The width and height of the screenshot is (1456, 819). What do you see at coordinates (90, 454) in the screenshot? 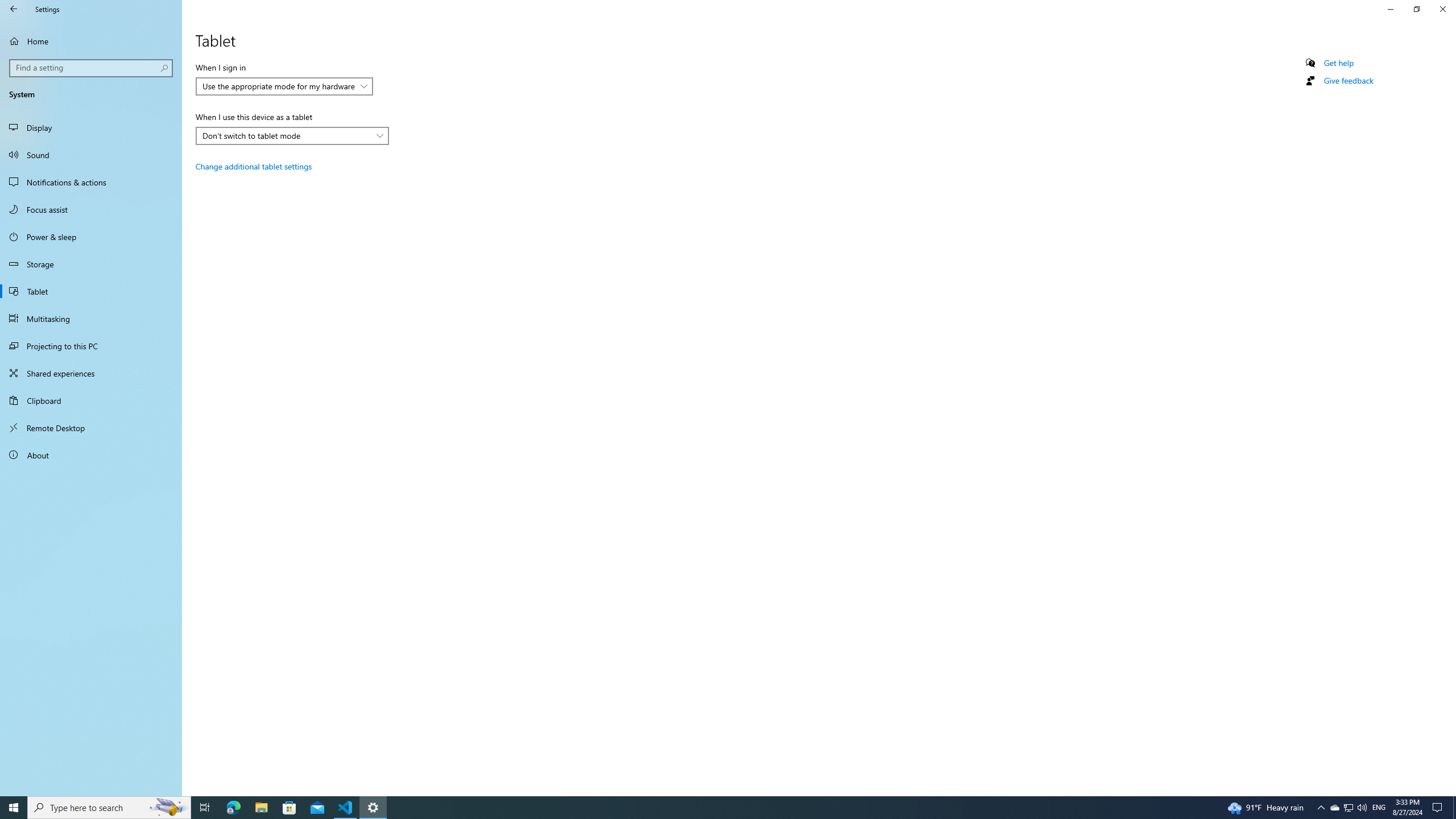
I see `'About'` at bounding box center [90, 454].